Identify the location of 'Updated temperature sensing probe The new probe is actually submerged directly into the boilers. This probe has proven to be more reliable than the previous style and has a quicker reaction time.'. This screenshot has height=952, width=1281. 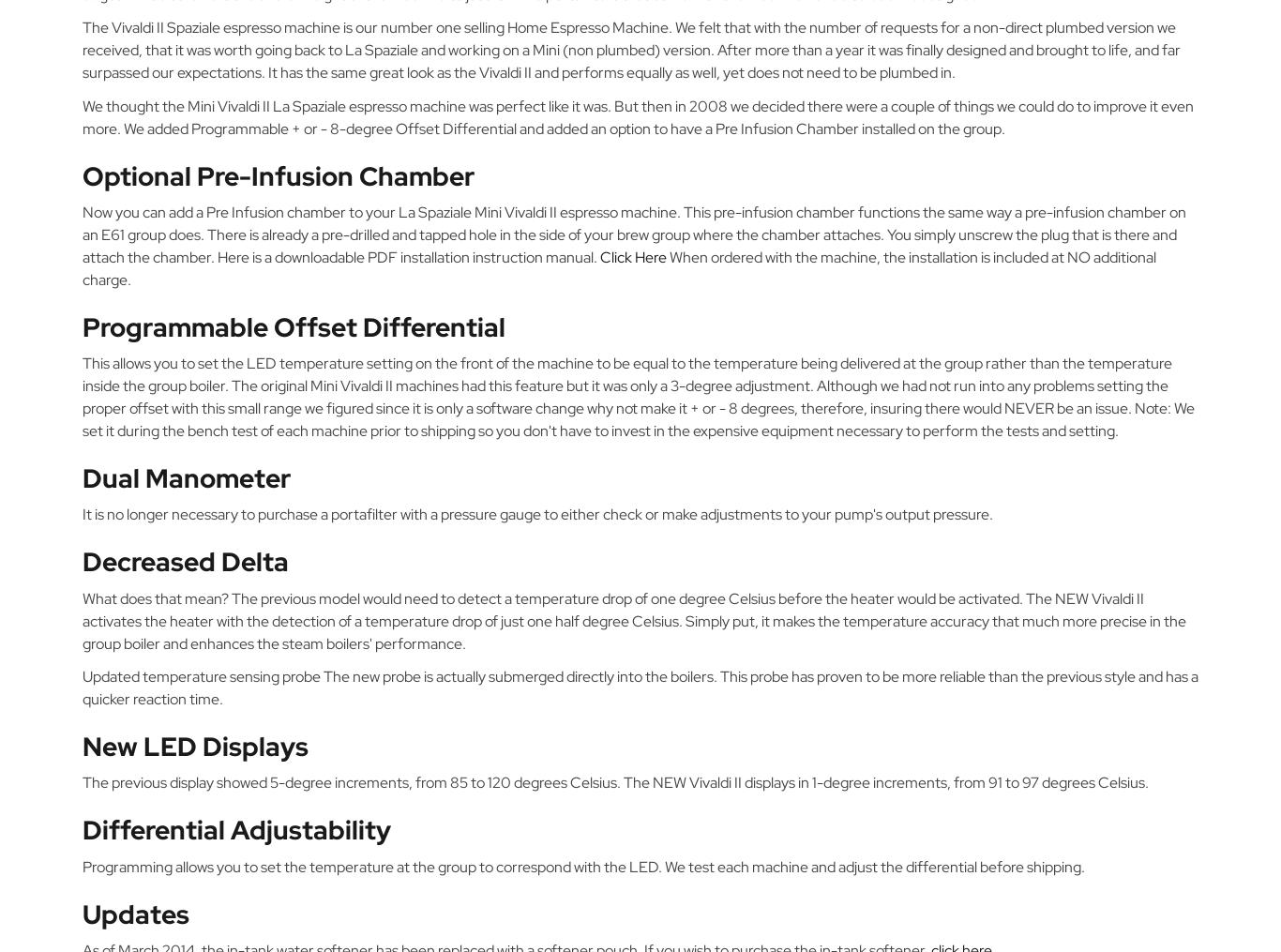
(640, 687).